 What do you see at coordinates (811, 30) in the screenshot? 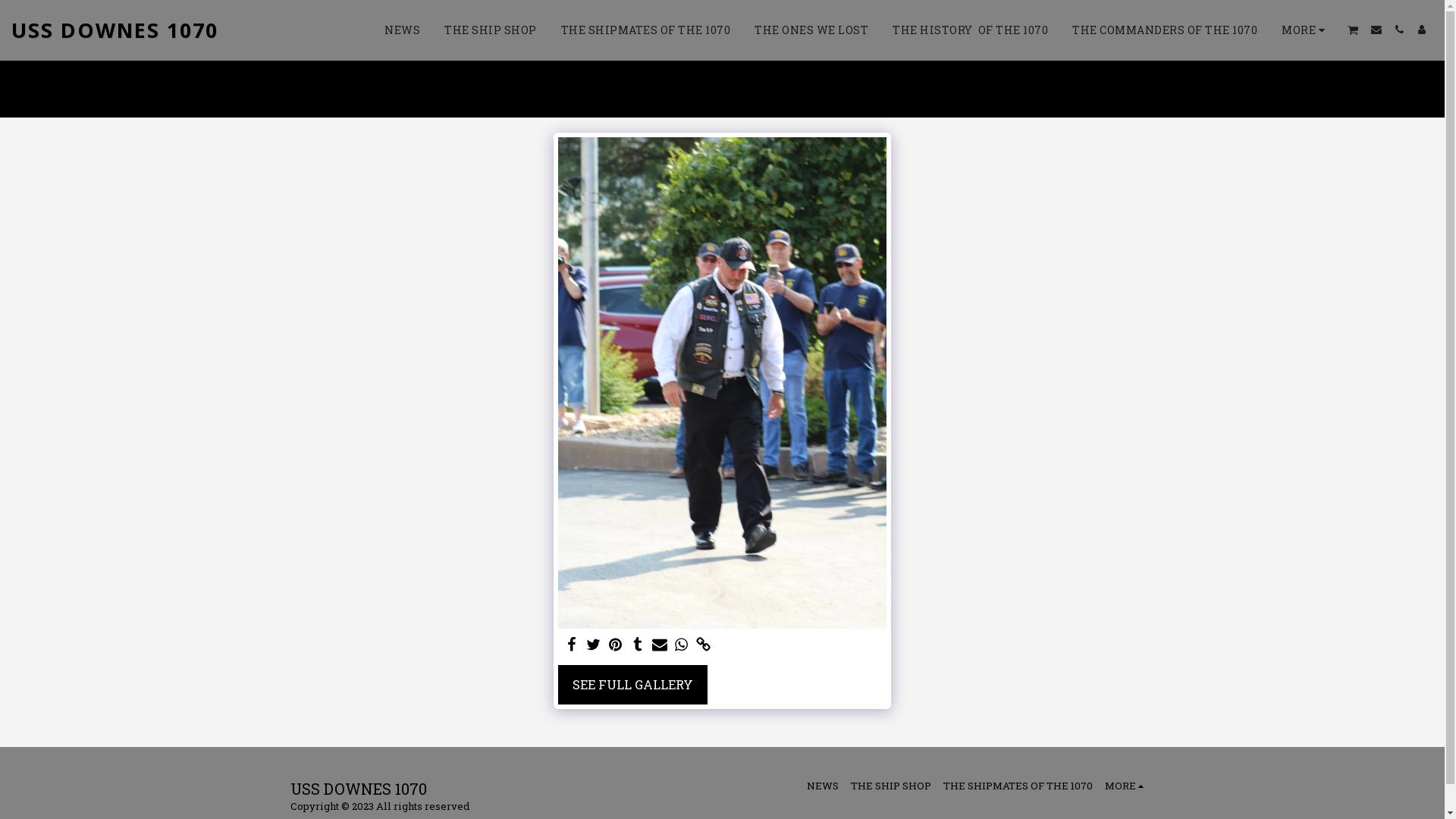
I see `'THE ONES WE LOST'` at bounding box center [811, 30].